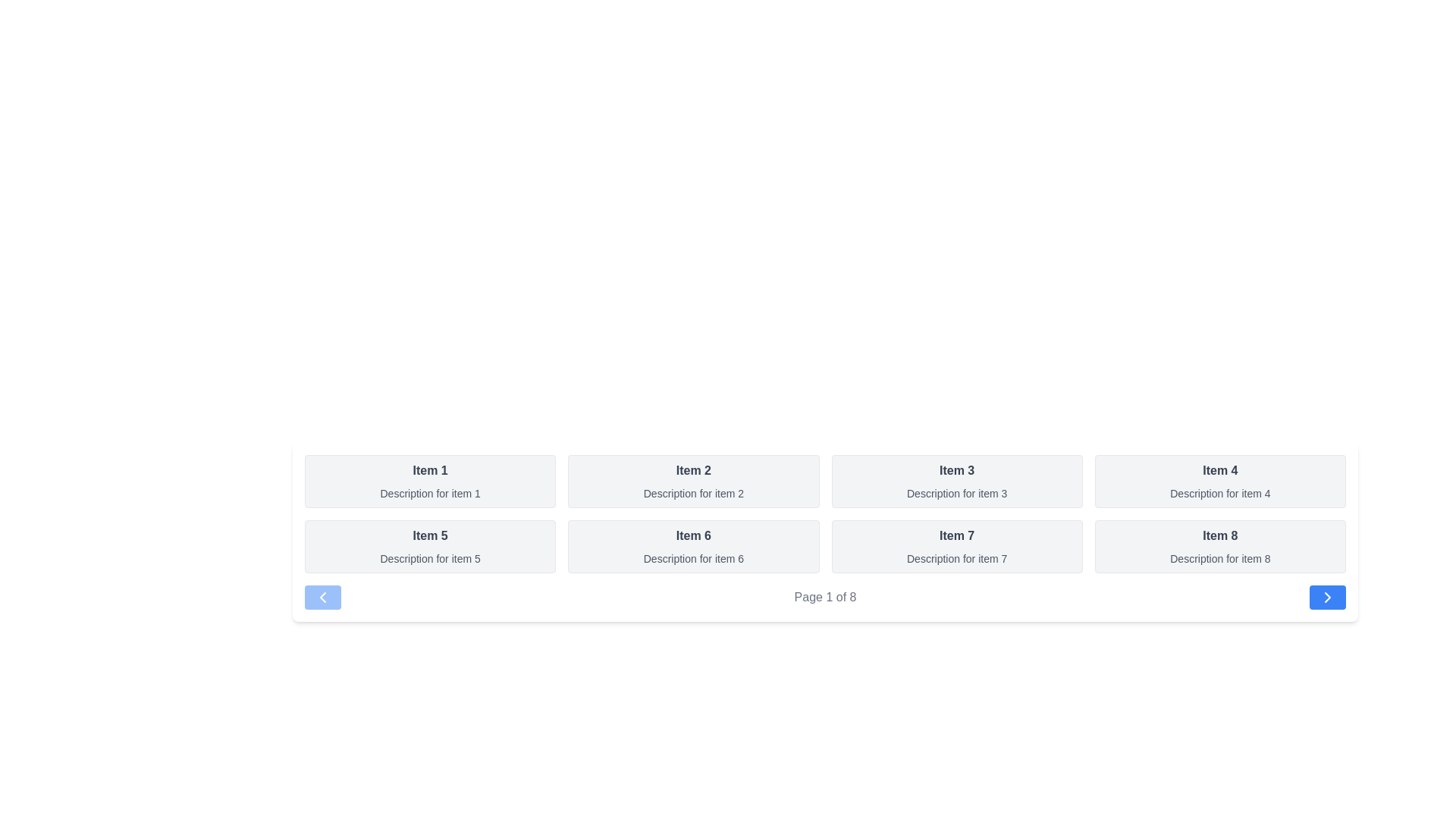  Describe the element at coordinates (1327, 596) in the screenshot. I see `the right-facing chevron icon located within the blue button` at that location.